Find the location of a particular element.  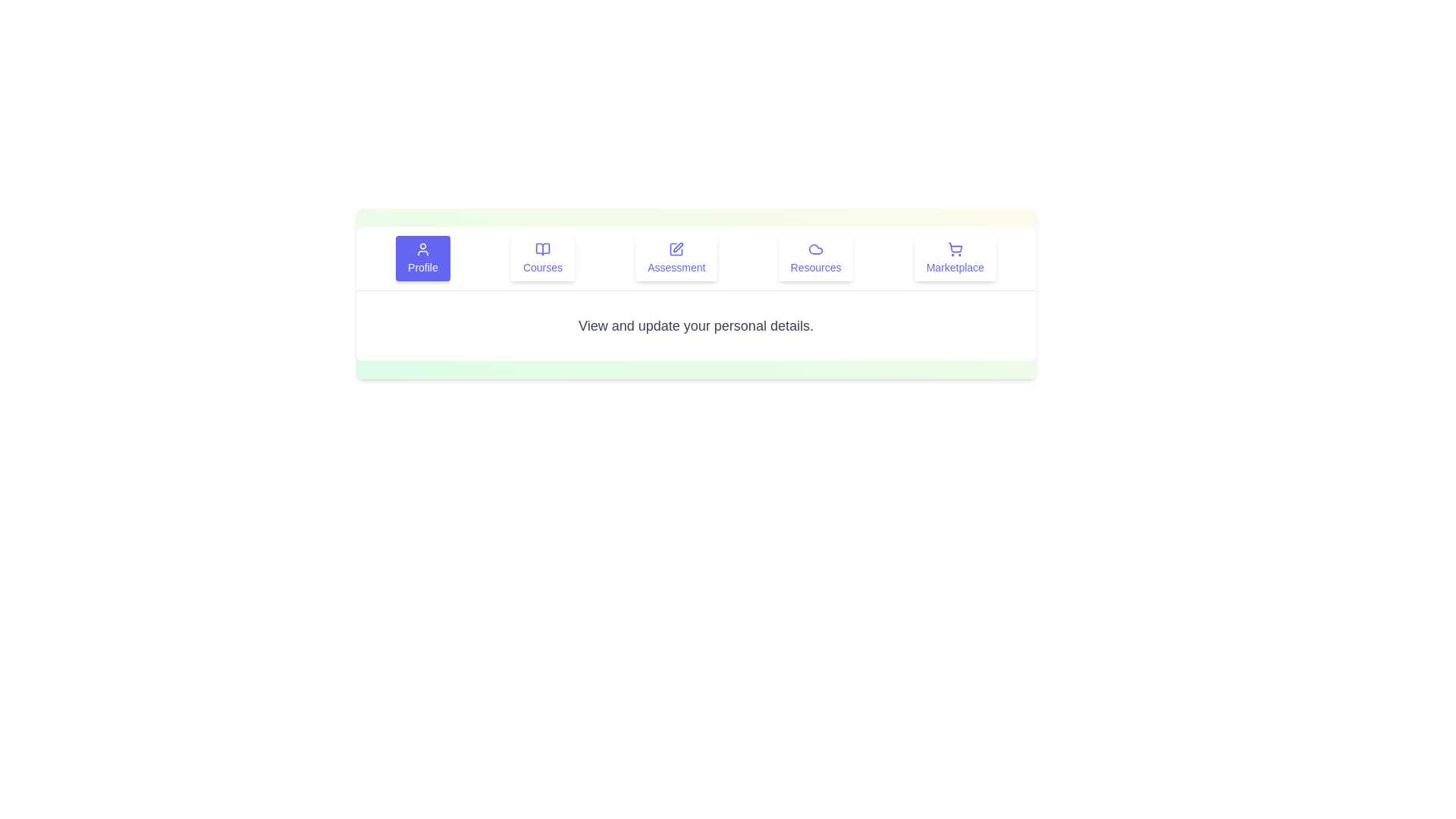

the 'Resources' button located fourth from the left in the horizontal navigation bar is located at coordinates (814, 257).